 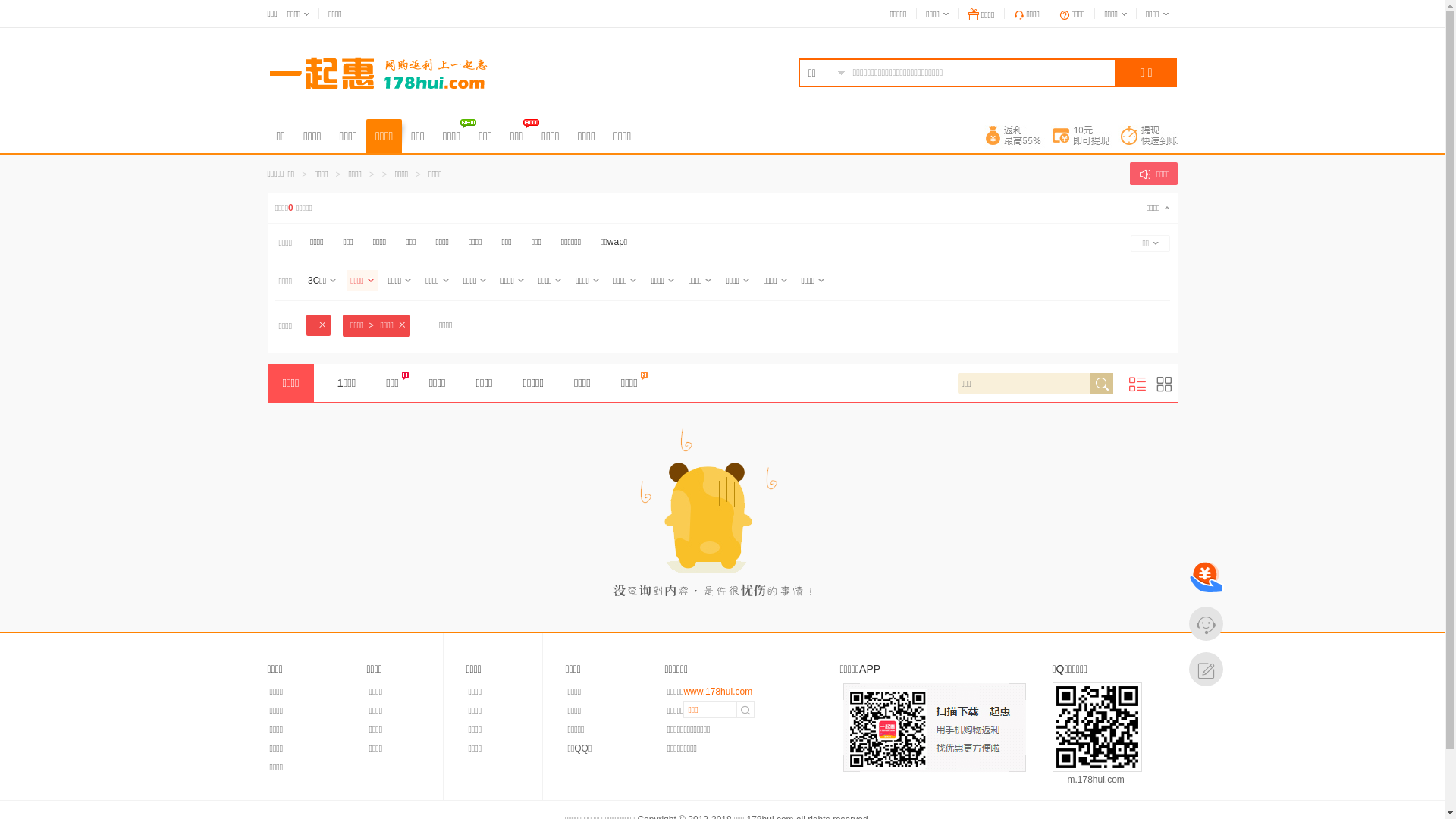 What do you see at coordinates (682, 691) in the screenshot?
I see `'www.178hui.com'` at bounding box center [682, 691].